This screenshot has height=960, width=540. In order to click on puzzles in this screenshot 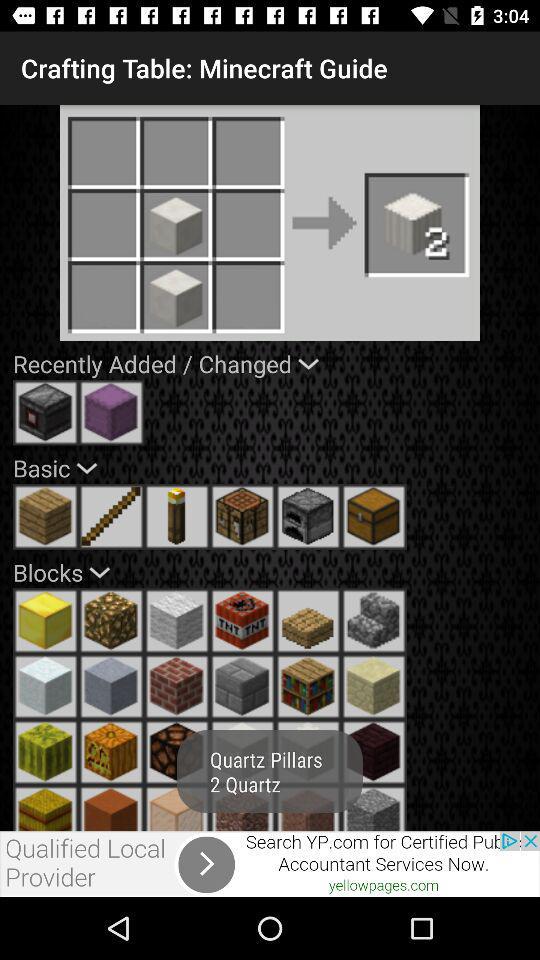, I will do `click(177, 808)`.